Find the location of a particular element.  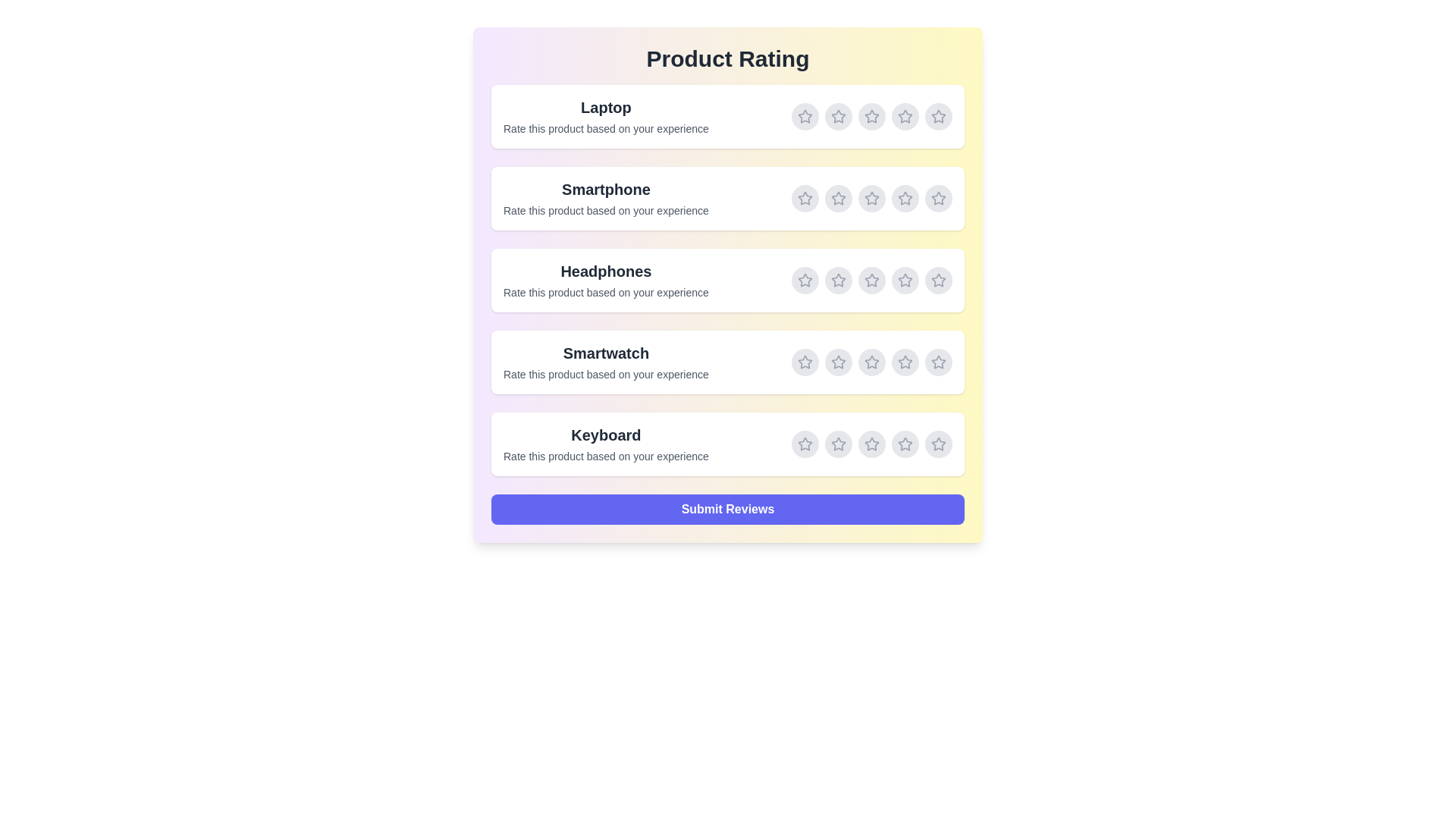

the rating for Keyboard to 3 stars is located at coordinates (872, 444).